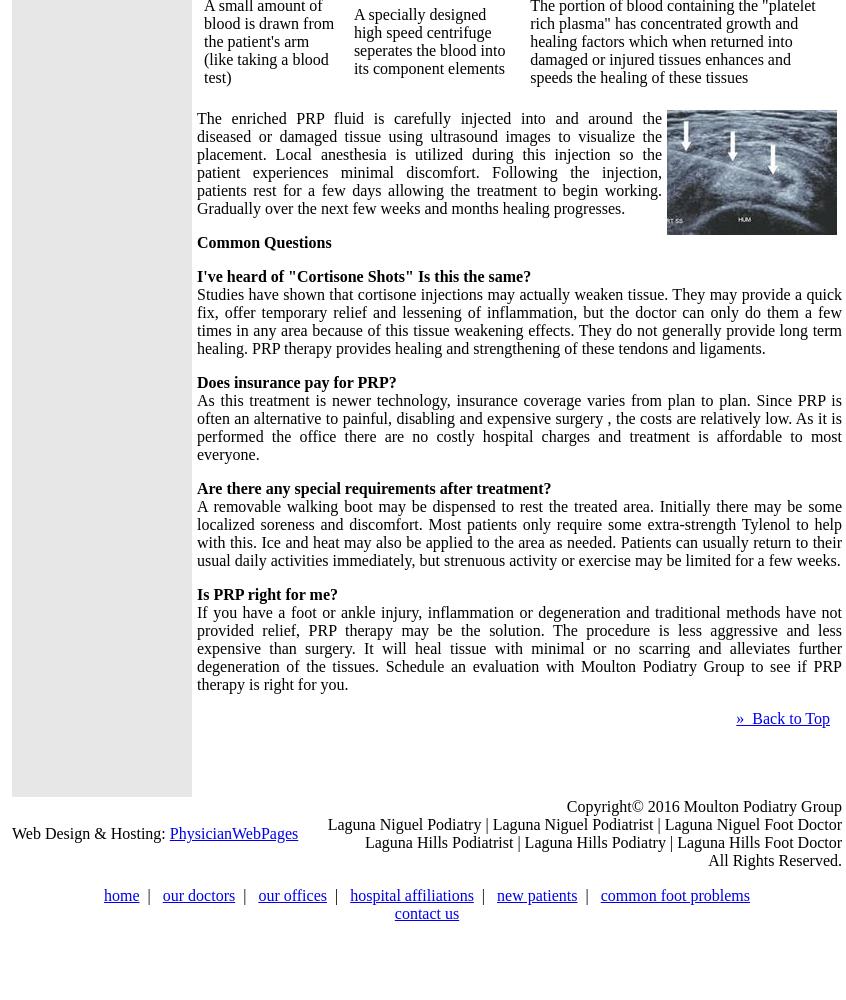 This screenshot has width=846, height=1000. What do you see at coordinates (519, 533) in the screenshot?
I see `'A removable walking boot may be dispensed to rest the treated area.  Initially there may be some localized soreness and discomfort. Most patients only require some extra-strength Tylenol to help with this.  Ice and heat may also be applied to the area as needed.  Patients can usually return to their usual daily activities immediately, but strenuous activity or exercise may be limited for a few weeks.'` at bounding box center [519, 533].